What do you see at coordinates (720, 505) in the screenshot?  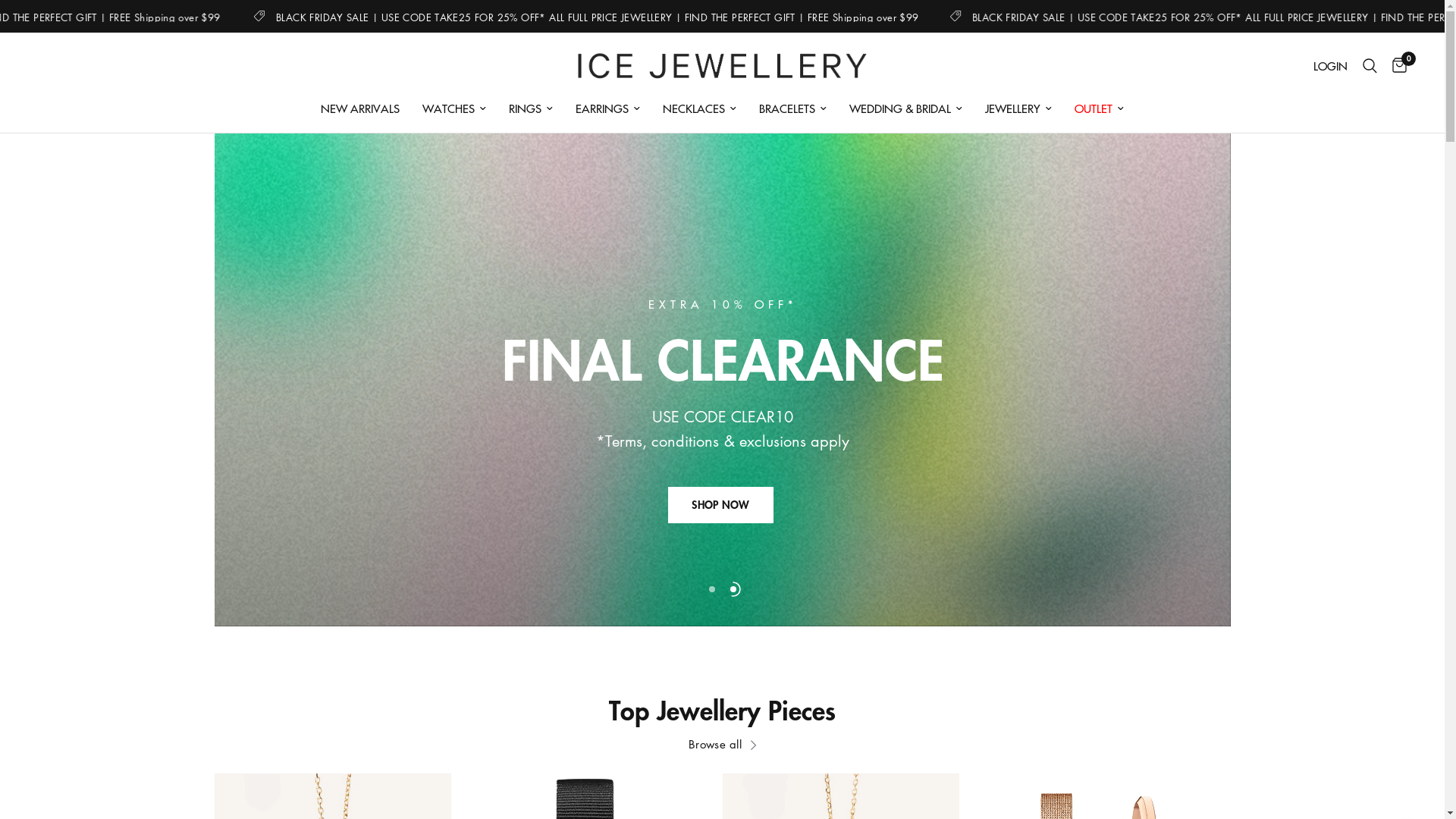 I see `'SHOP NOW'` at bounding box center [720, 505].